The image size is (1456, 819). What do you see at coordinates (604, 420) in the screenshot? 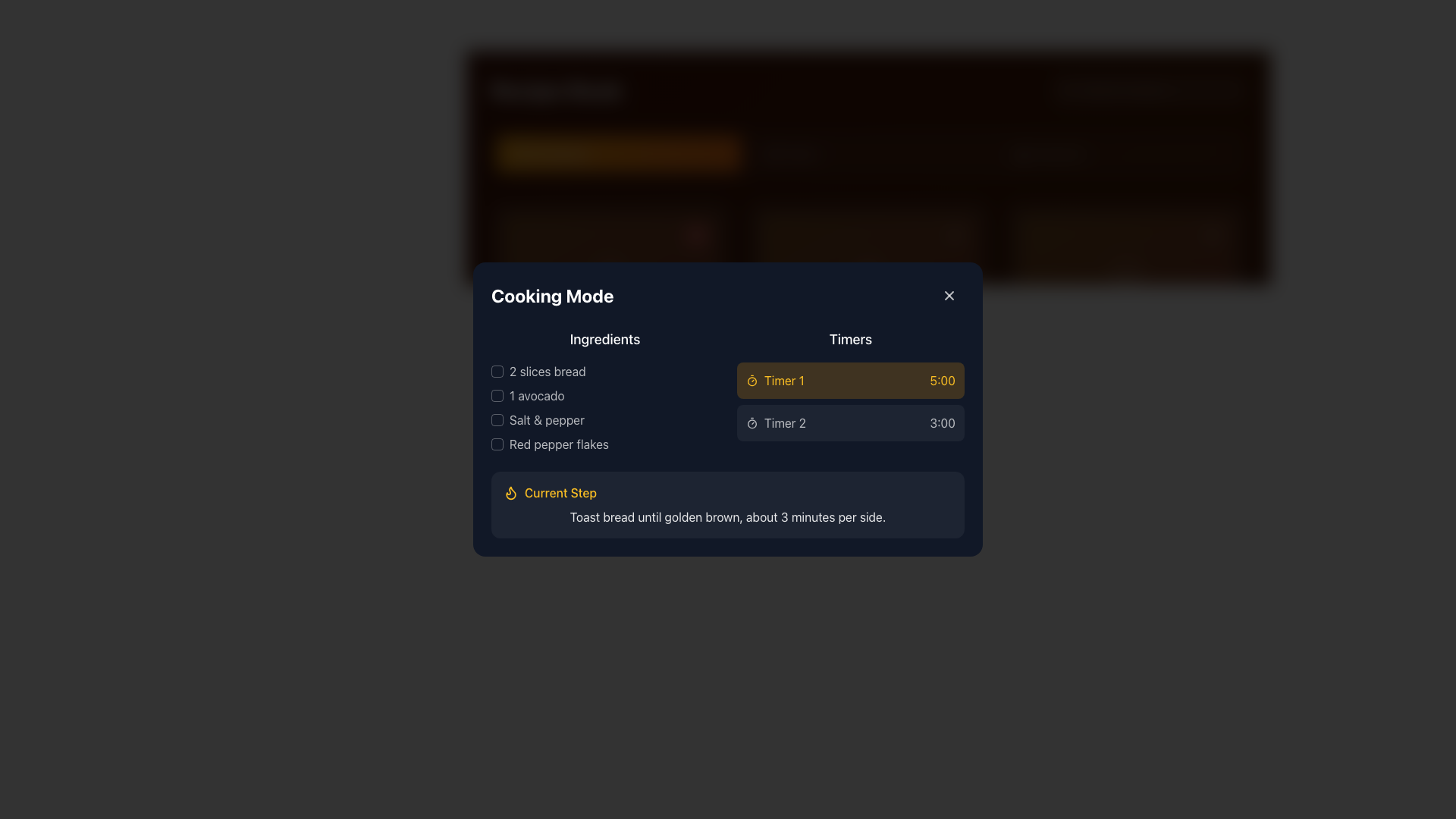
I see `the empty checkbox labeled 'Salt & pepper'` at bounding box center [604, 420].